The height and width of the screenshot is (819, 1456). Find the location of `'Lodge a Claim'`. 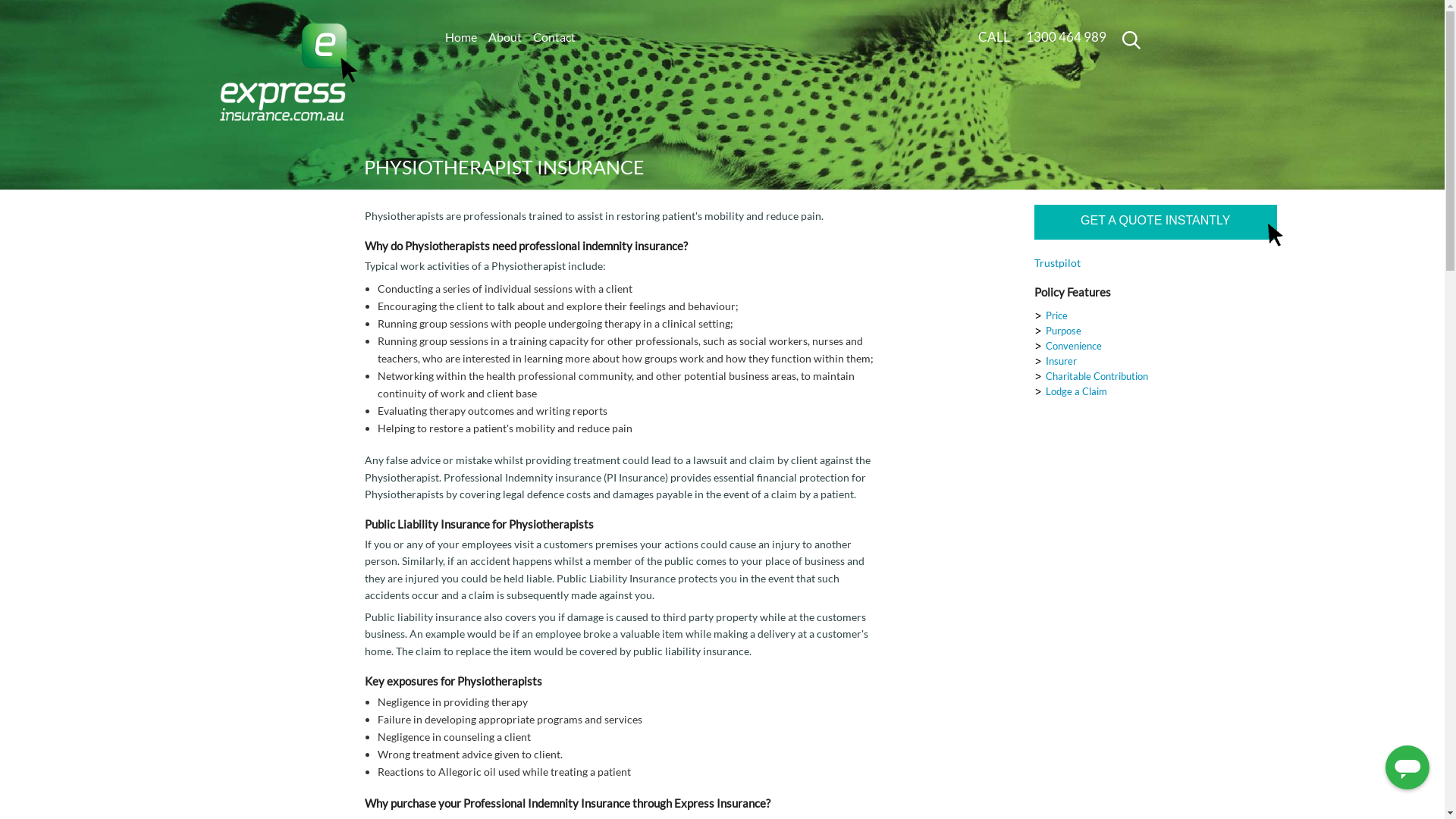

'Lodge a Claim' is located at coordinates (1075, 391).